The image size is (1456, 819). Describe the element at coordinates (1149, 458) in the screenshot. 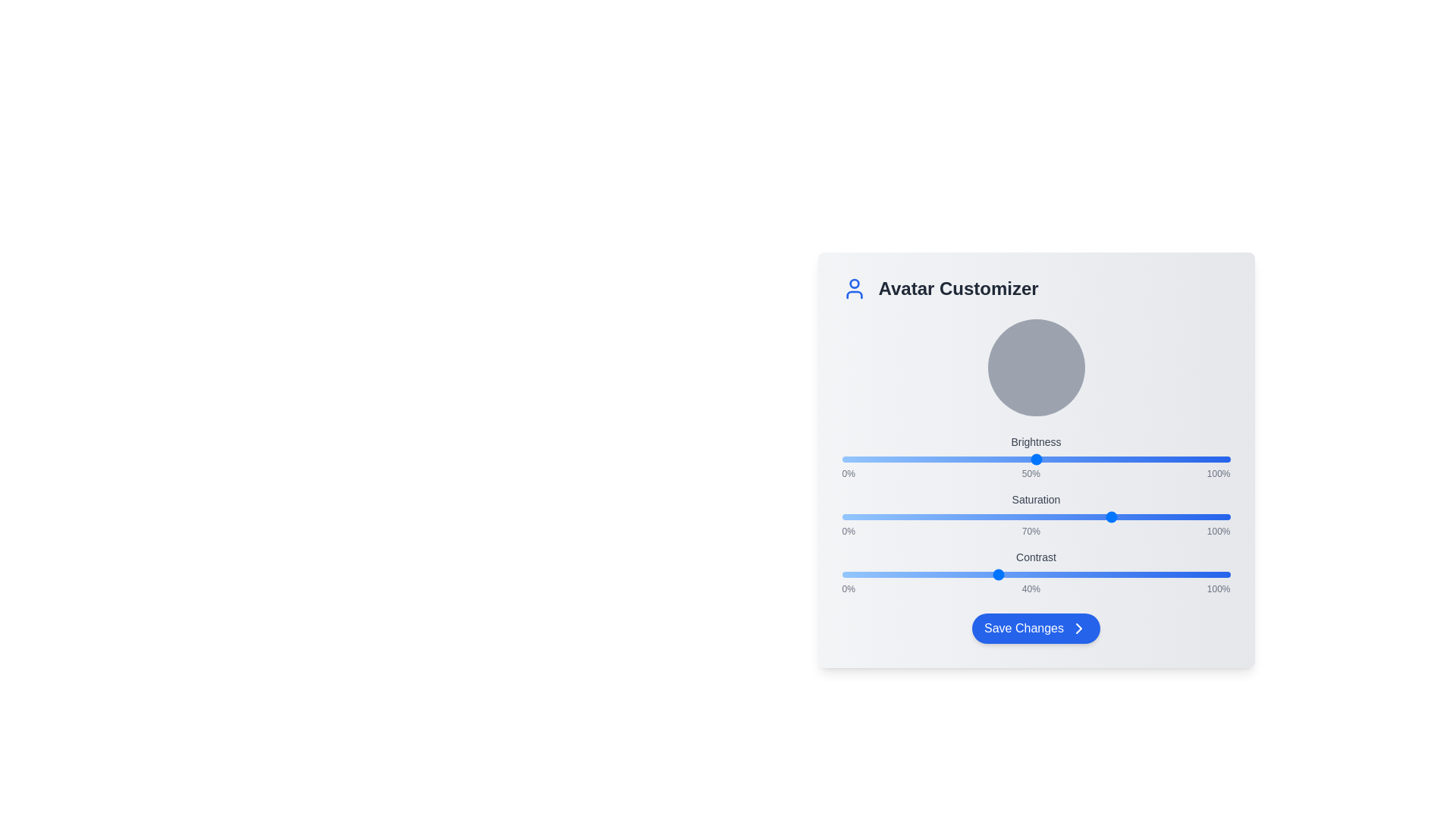

I see `the Brightness slider to 79%` at that location.